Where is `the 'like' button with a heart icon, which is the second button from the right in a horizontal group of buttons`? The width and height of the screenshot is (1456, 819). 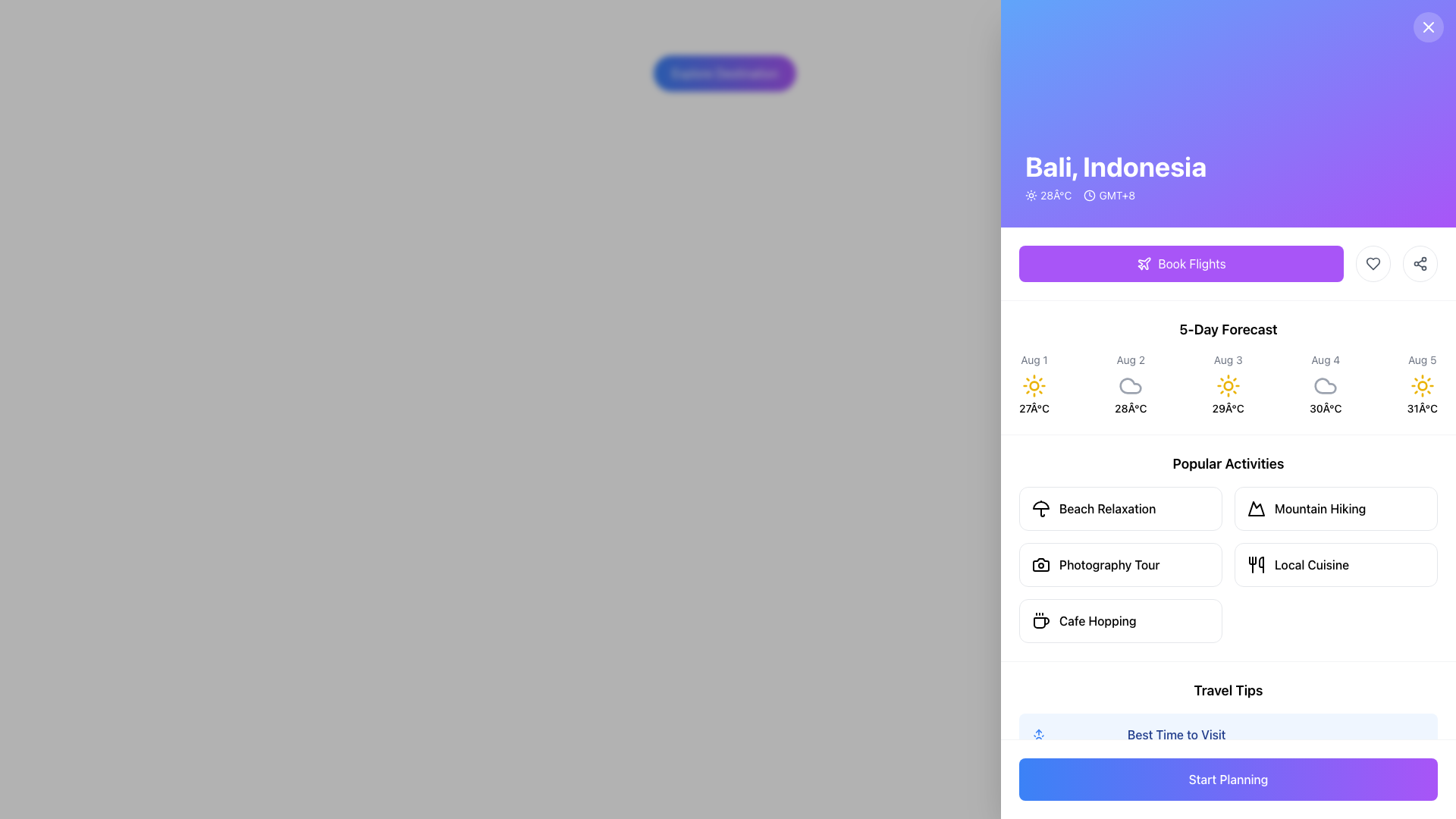
the 'like' button with a heart icon, which is the second button from the right in a horizontal group of buttons is located at coordinates (1373, 262).